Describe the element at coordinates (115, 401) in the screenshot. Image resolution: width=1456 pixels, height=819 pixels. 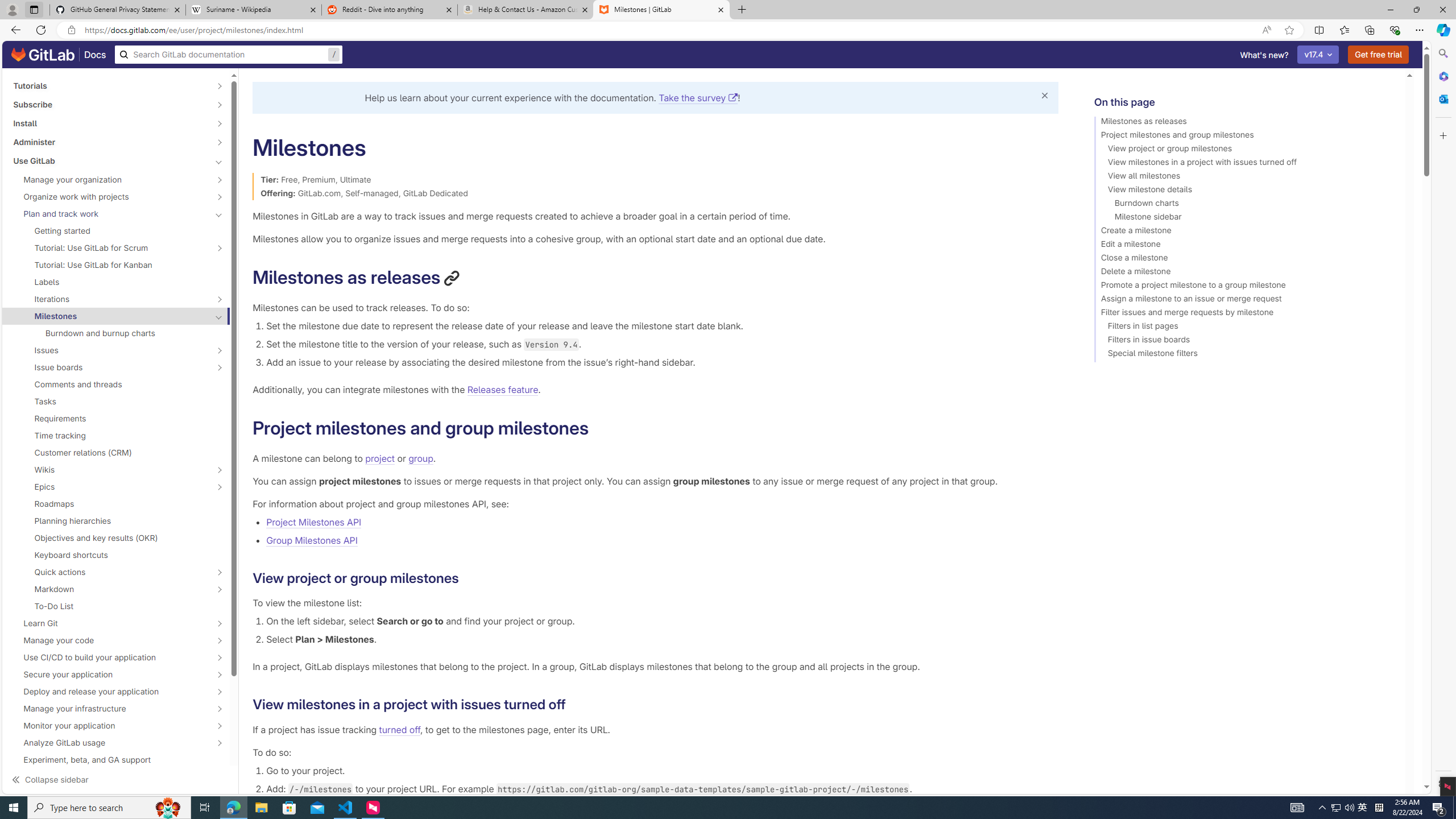
I see `'Tasks'` at that location.